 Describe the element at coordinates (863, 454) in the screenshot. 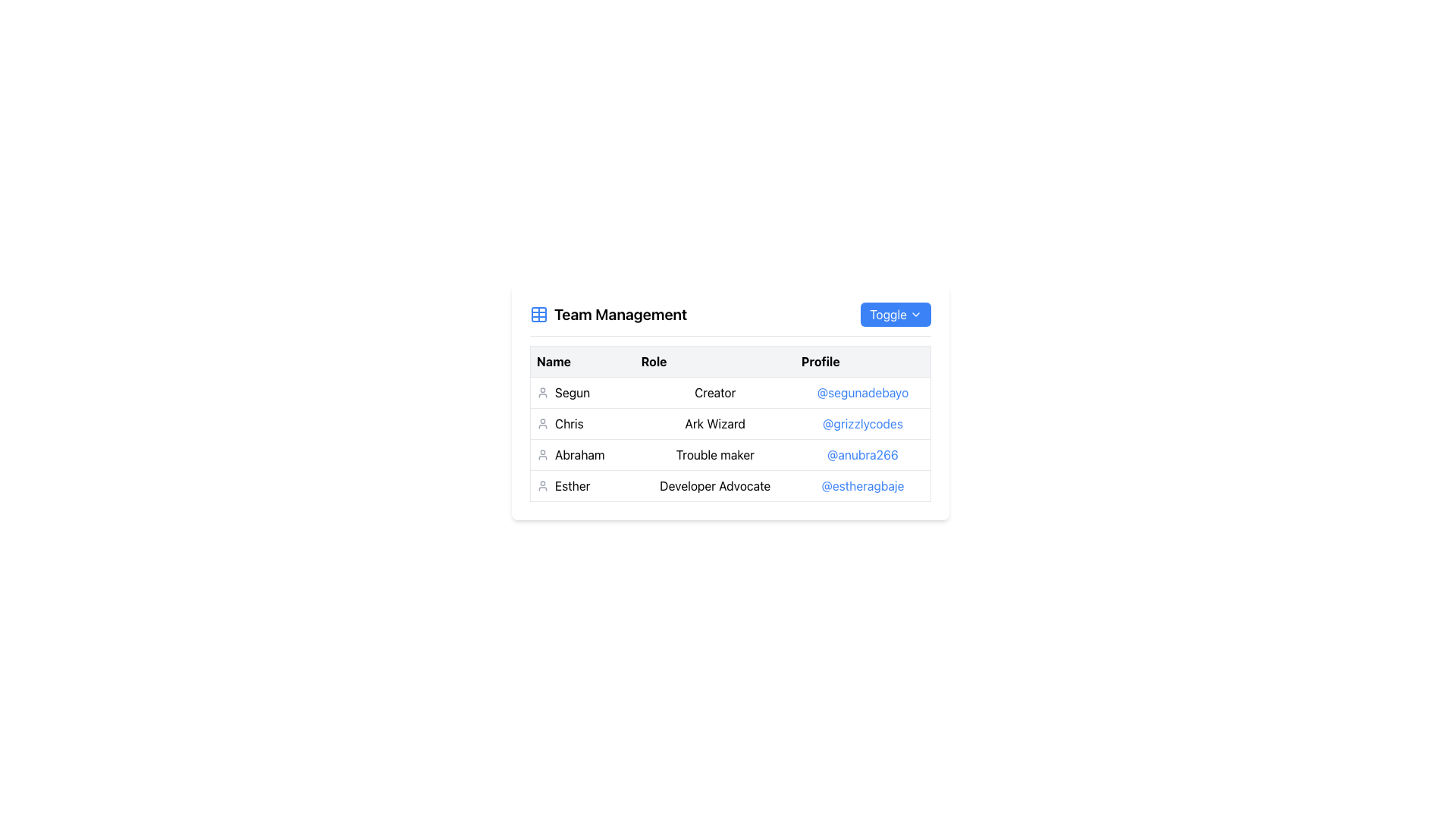

I see `the hyperlink labeled 'Abraham' in the third row of the 'Team Management' table` at that location.